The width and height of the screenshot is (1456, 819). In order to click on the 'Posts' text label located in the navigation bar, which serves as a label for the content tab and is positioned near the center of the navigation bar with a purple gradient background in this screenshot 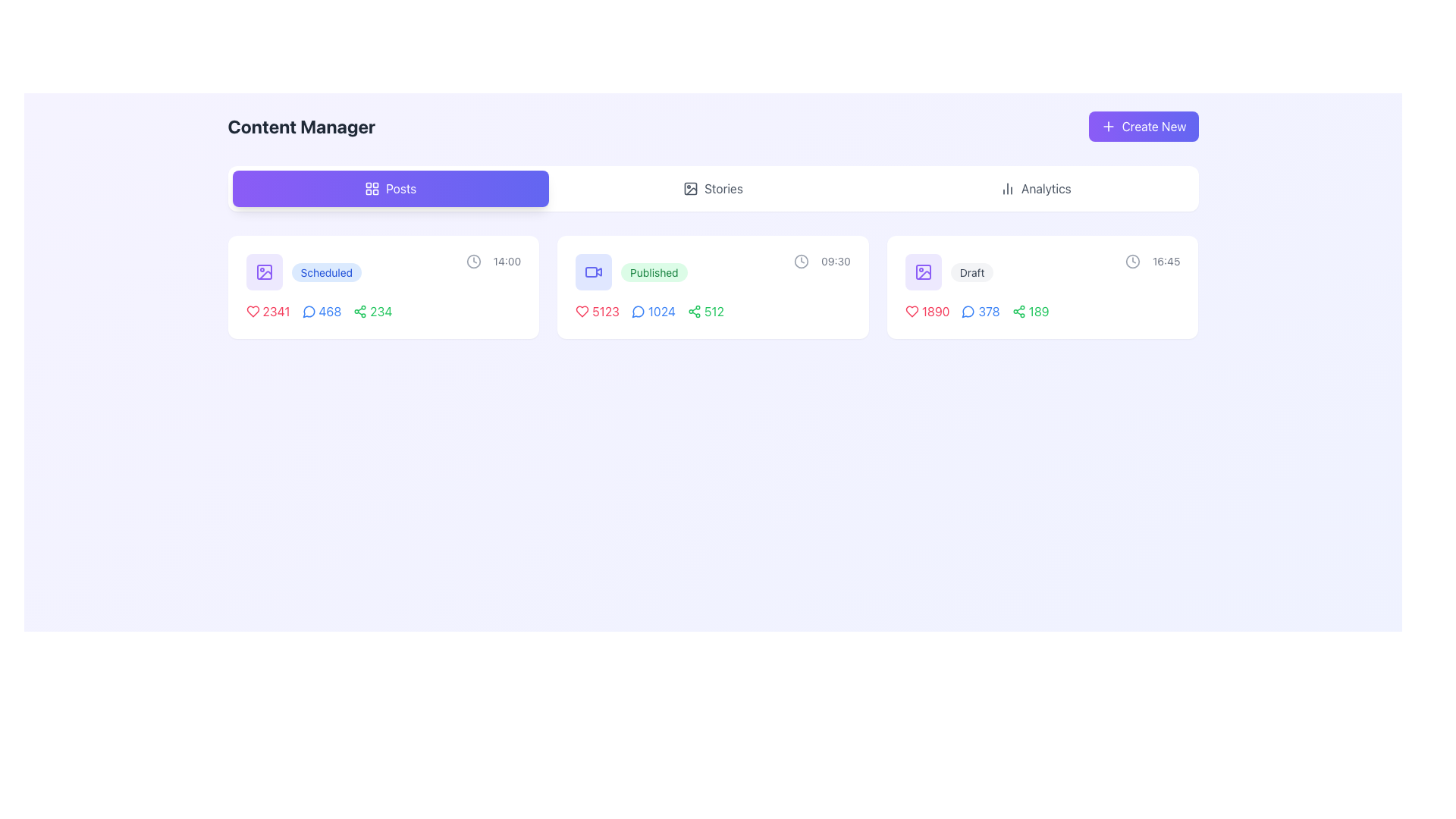, I will do `click(401, 188)`.